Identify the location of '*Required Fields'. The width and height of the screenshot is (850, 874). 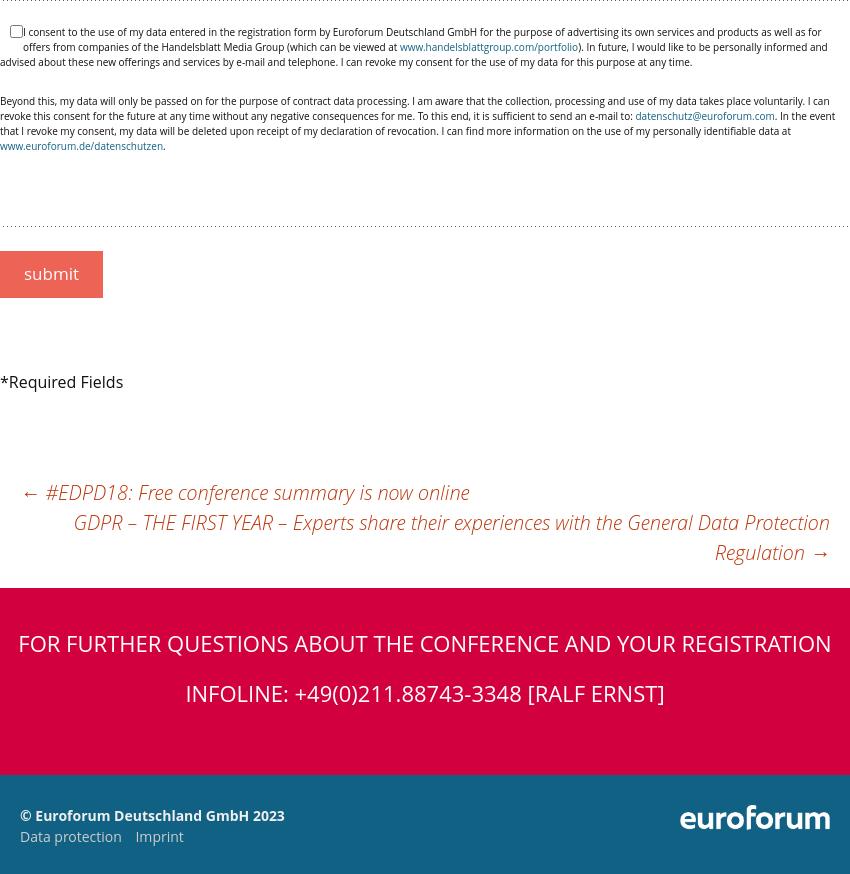
(0, 382).